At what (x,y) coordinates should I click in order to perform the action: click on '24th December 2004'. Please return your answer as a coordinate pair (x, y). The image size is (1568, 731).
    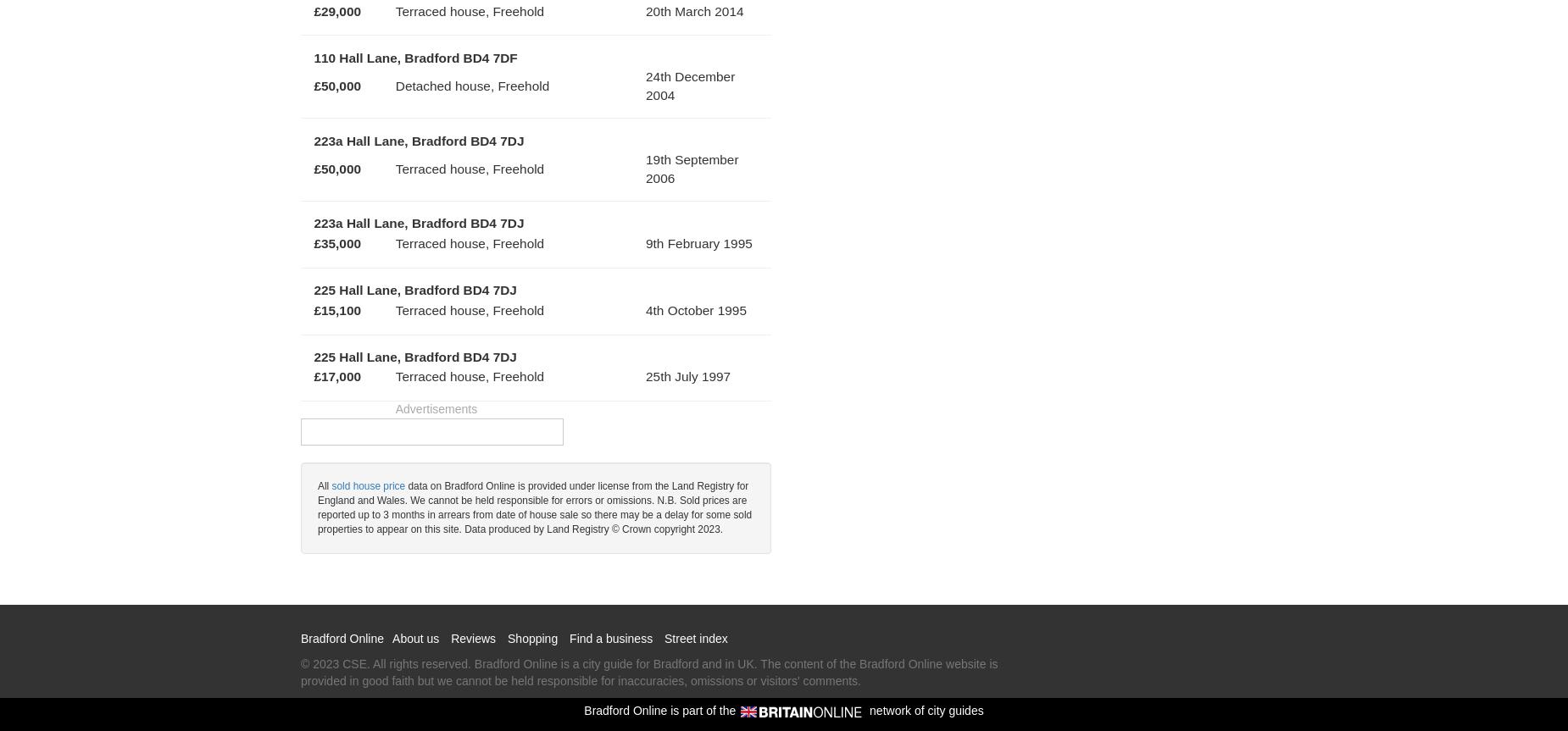
    Looking at the image, I should click on (690, 84).